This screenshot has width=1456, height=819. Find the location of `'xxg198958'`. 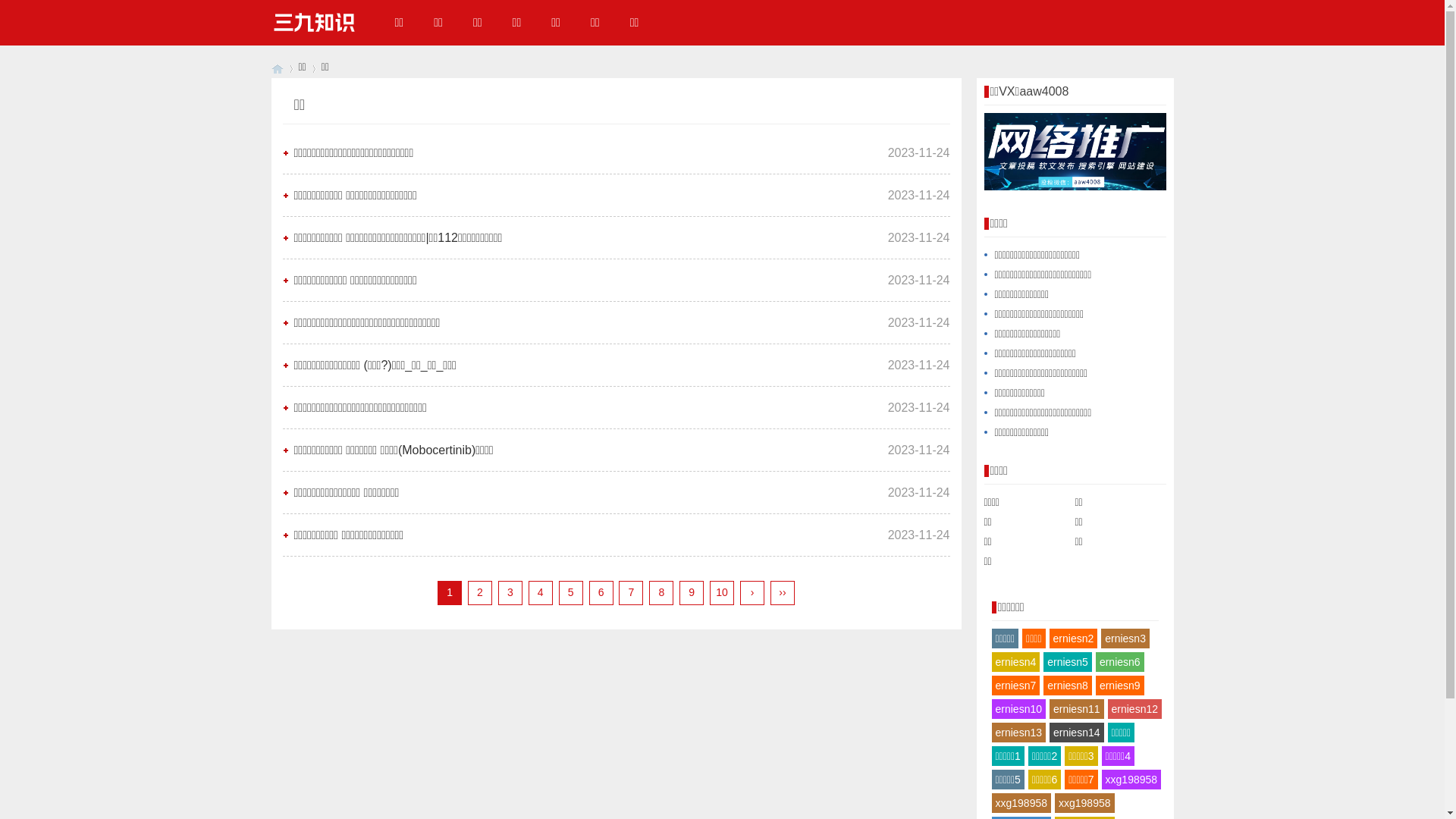

'xxg198958' is located at coordinates (1084, 802).